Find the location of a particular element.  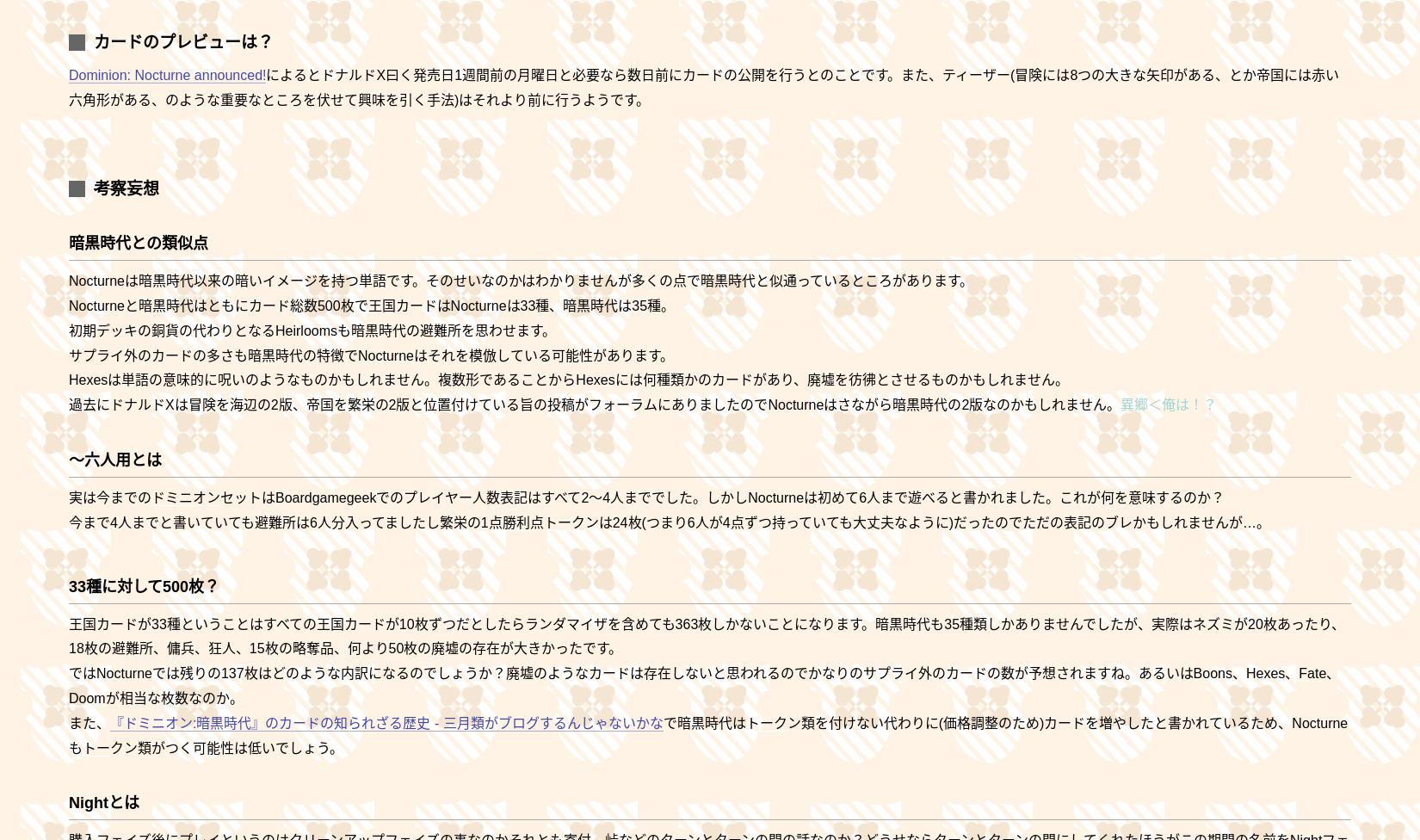

'王国カードが33種ということはすべての王国カードが10枚ずつだとしたらランダマイザを含めても363枚しかないことになります。暗黒時代も35種類しかありませんでしたが、実際はネズミが20枚あったり、18枚の避難所、傭兵、狂人、15枚の略奪品、何より50枚の廃墟の存在が大きかったです。' is located at coordinates (706, 636).